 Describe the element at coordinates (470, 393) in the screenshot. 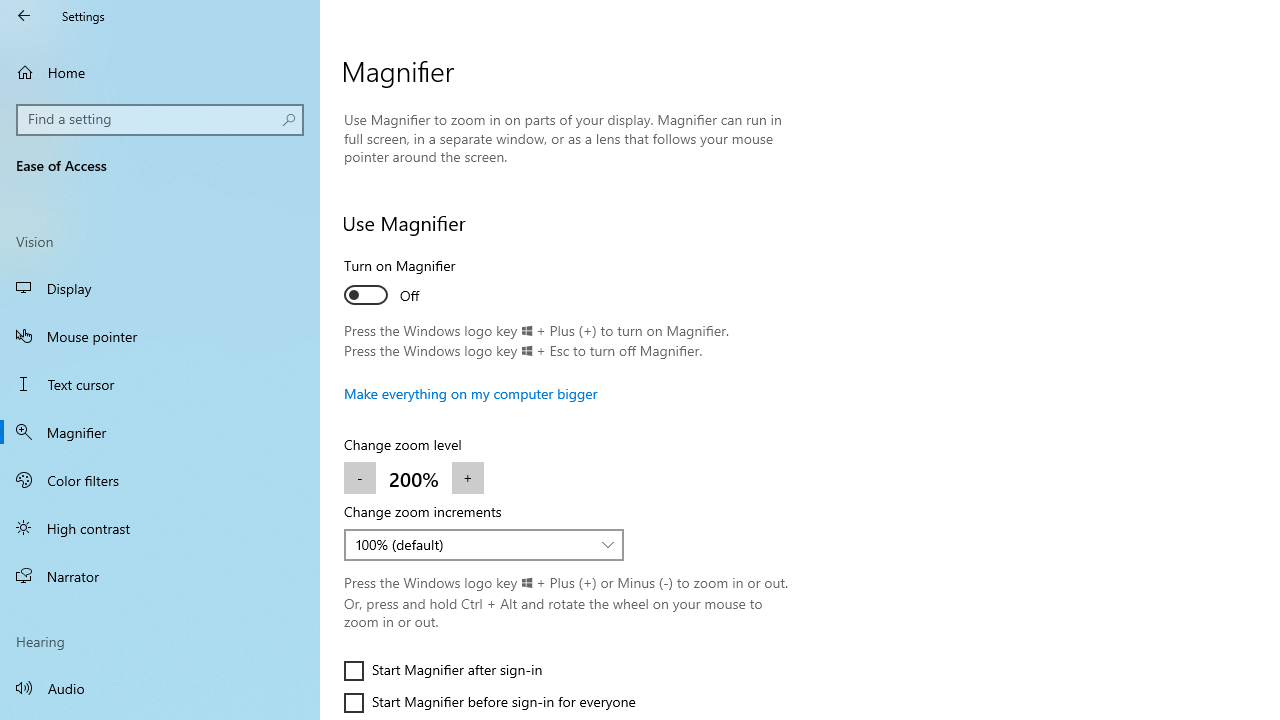

I see `'Make everything on my computer bigger'` at that location.